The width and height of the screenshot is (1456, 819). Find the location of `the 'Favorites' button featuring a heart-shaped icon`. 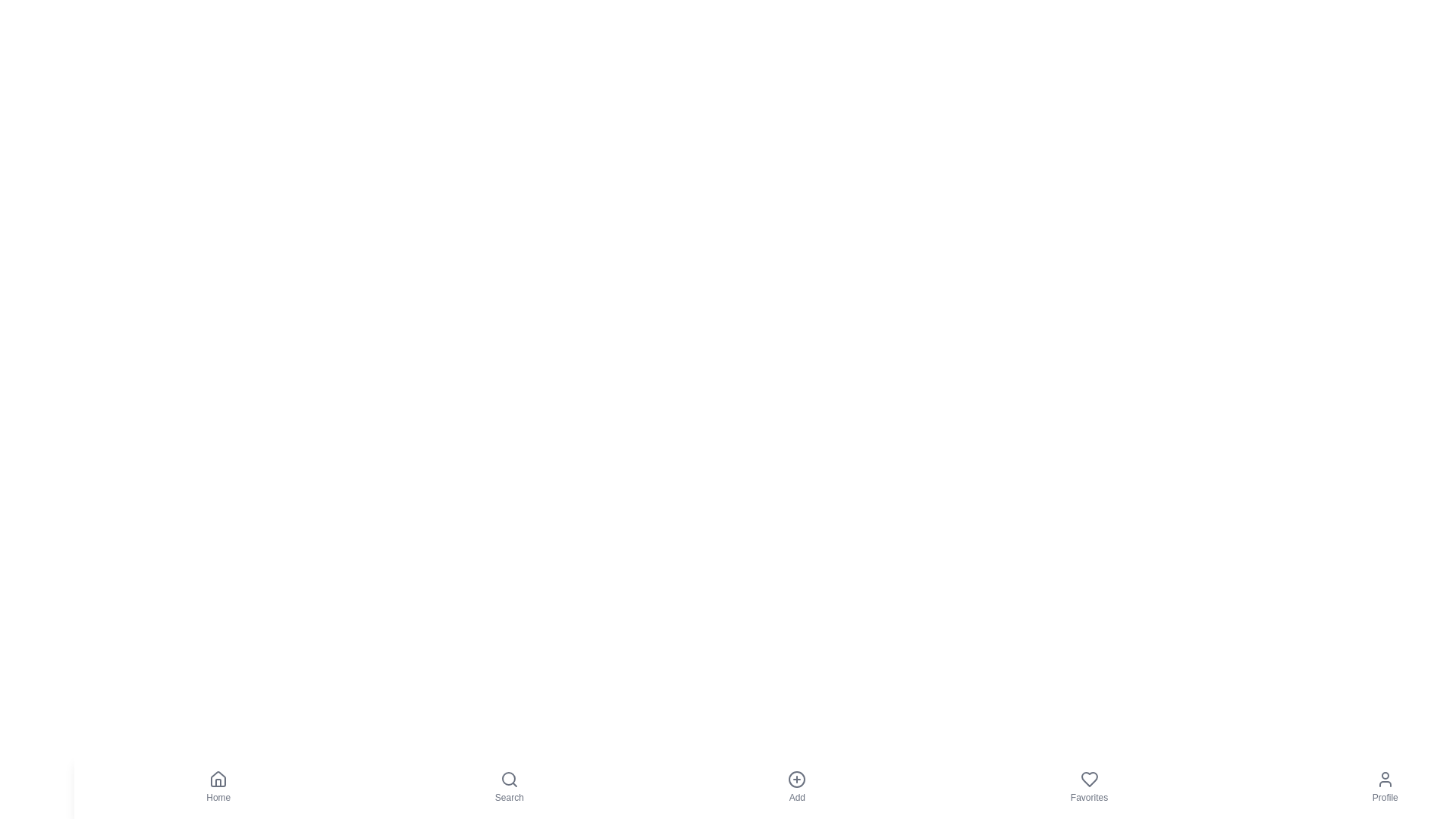

the 'Favorites' button featuring a heart-shaped icon is located at coordinates (1087, 786).